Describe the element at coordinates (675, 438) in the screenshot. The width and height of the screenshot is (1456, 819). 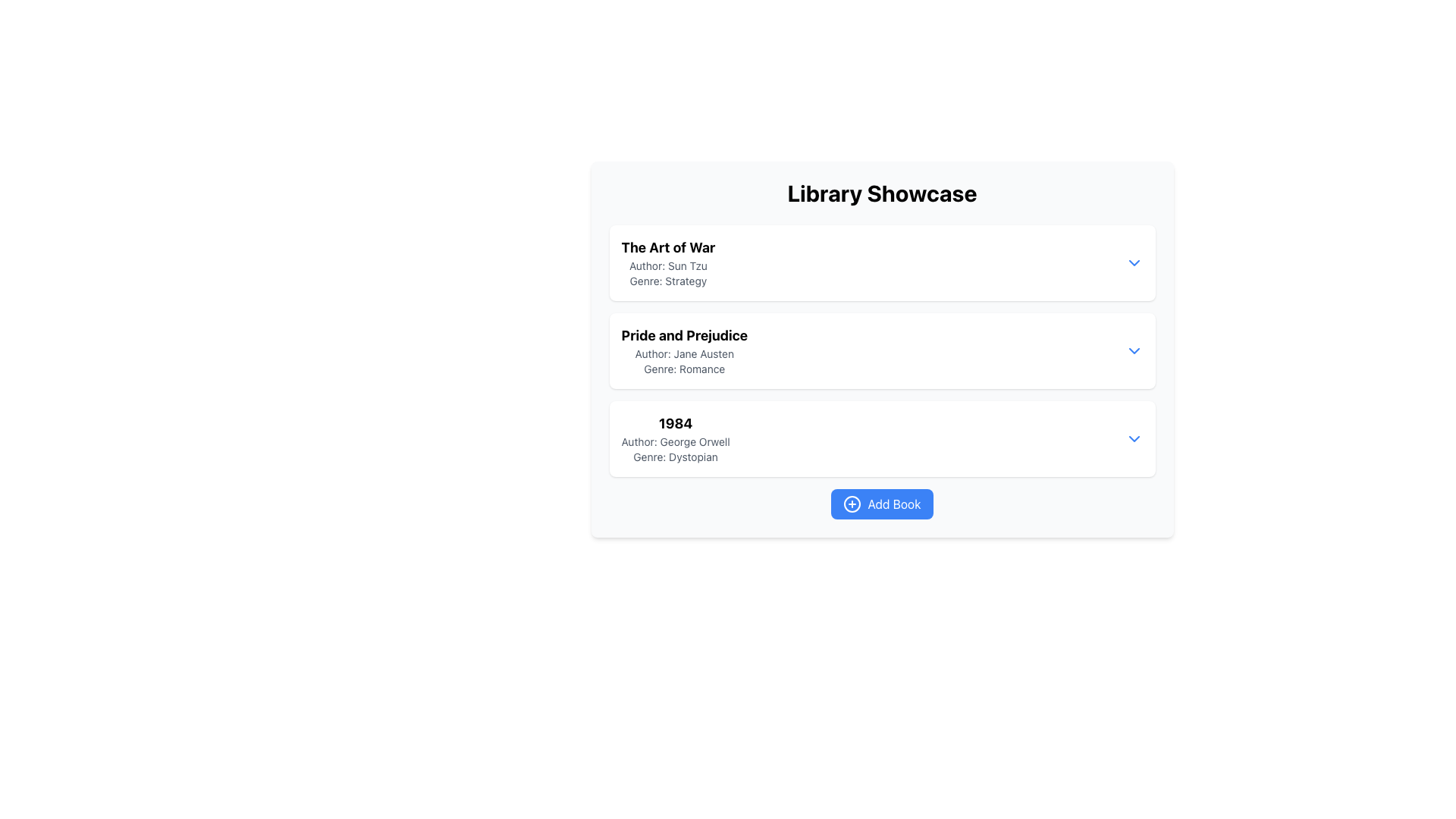
I see `the Text Block that presents information about the book '1984,' which is the third entry in the 'Library Showcase' list, positioned below 'Pride and Prejudice' and above the 'Add Book' button` at that location.